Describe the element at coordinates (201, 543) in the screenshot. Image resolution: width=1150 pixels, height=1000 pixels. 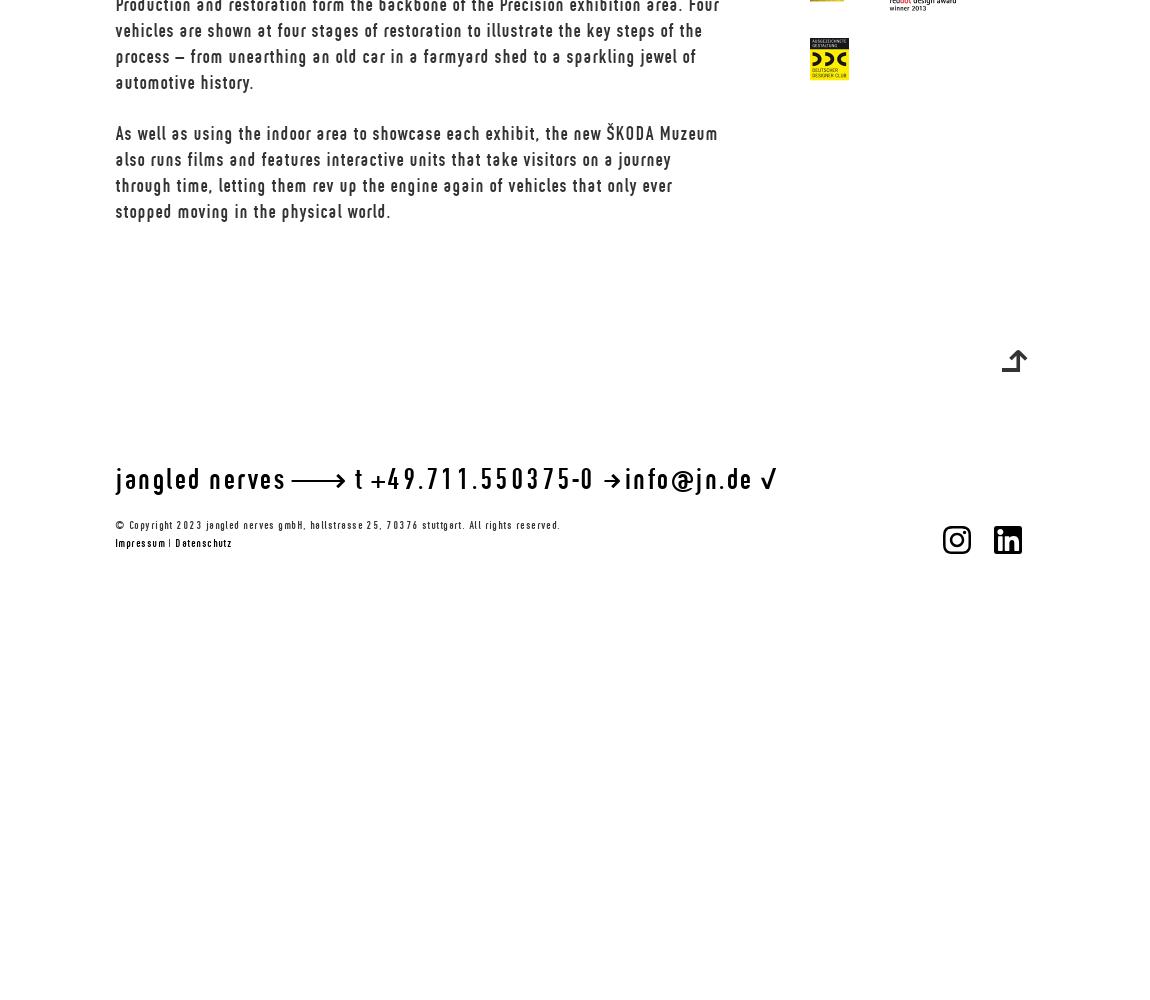
I see `'Datenschutz'` at that location.